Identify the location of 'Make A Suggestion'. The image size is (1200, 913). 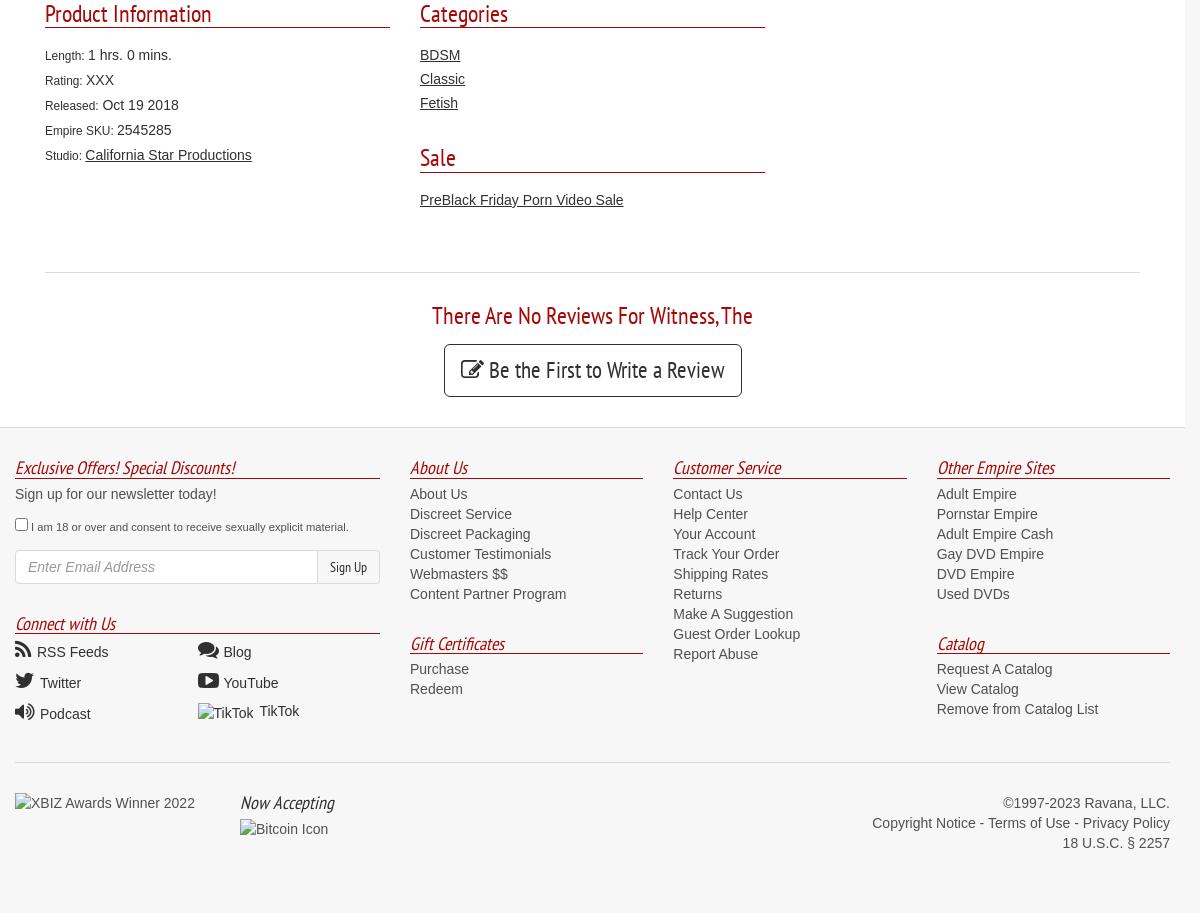
(732, 612).